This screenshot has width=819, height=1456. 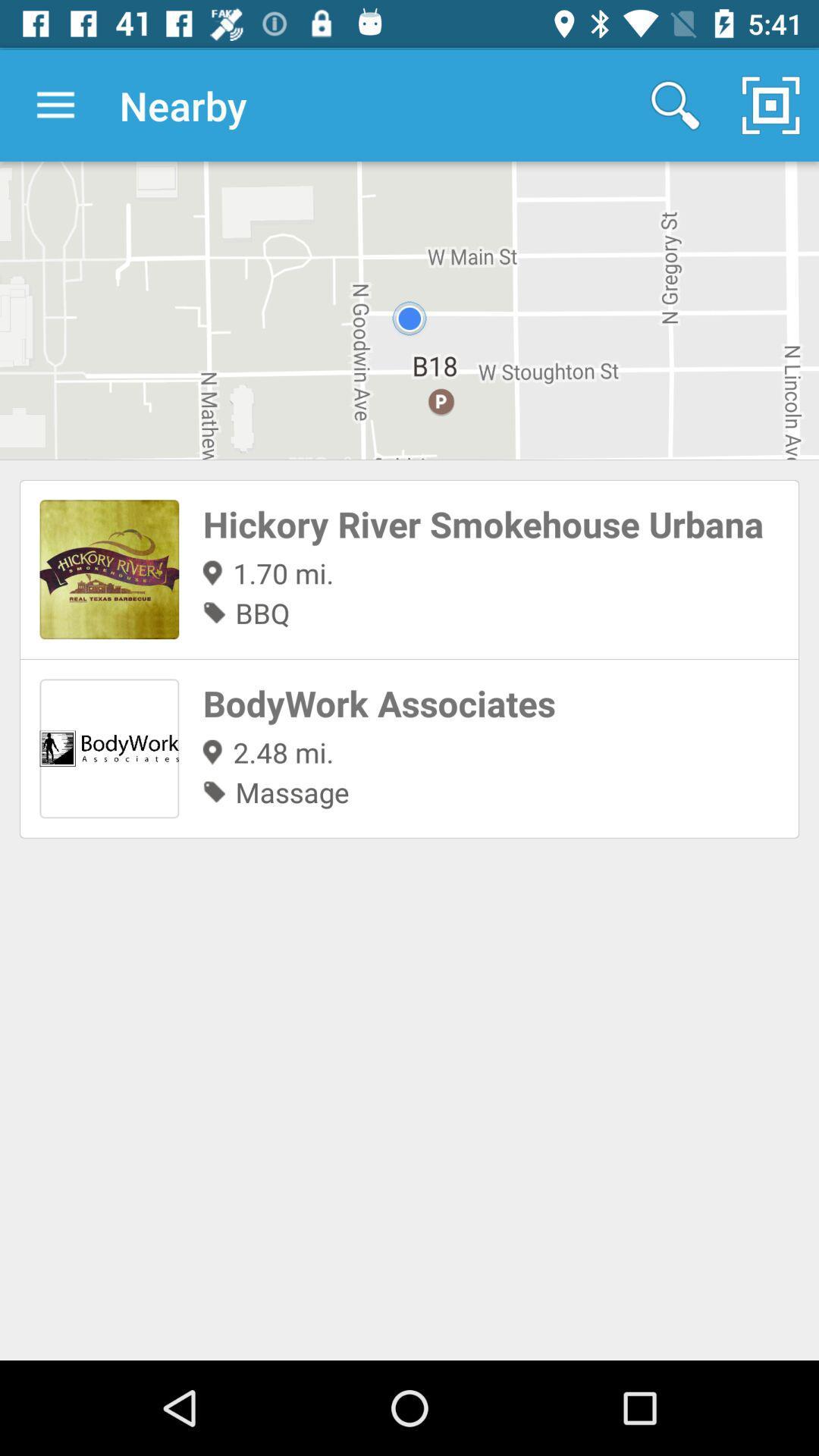 What do you see at coordinates (108, 748) in the screenshot?
I see `the image left side of bodywork associates` at bounding box center [108, 748].